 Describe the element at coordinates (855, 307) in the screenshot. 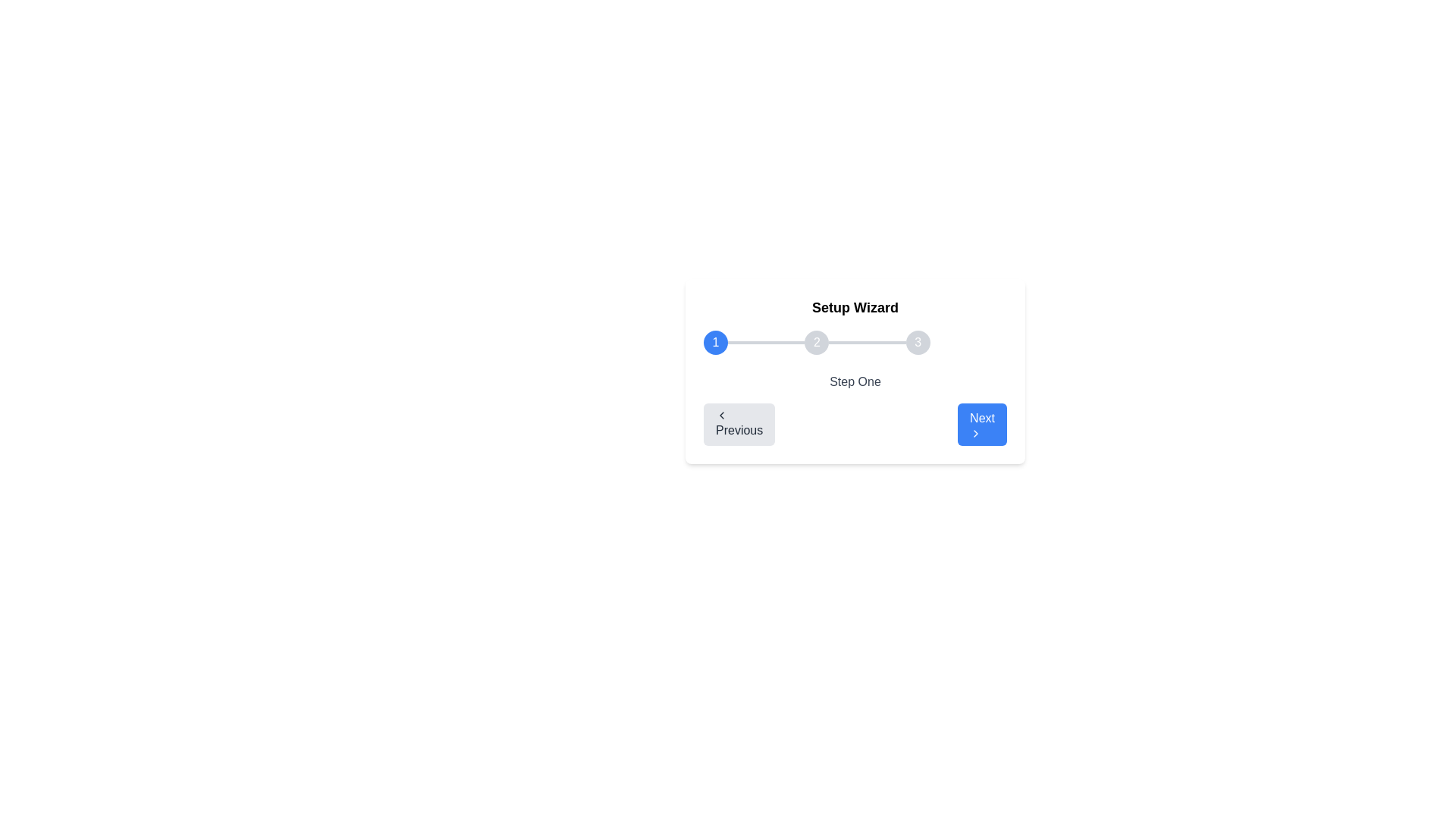

I see `the bold text label reading 'Setup Wizard' located at the top of the wizard interface` at that location.